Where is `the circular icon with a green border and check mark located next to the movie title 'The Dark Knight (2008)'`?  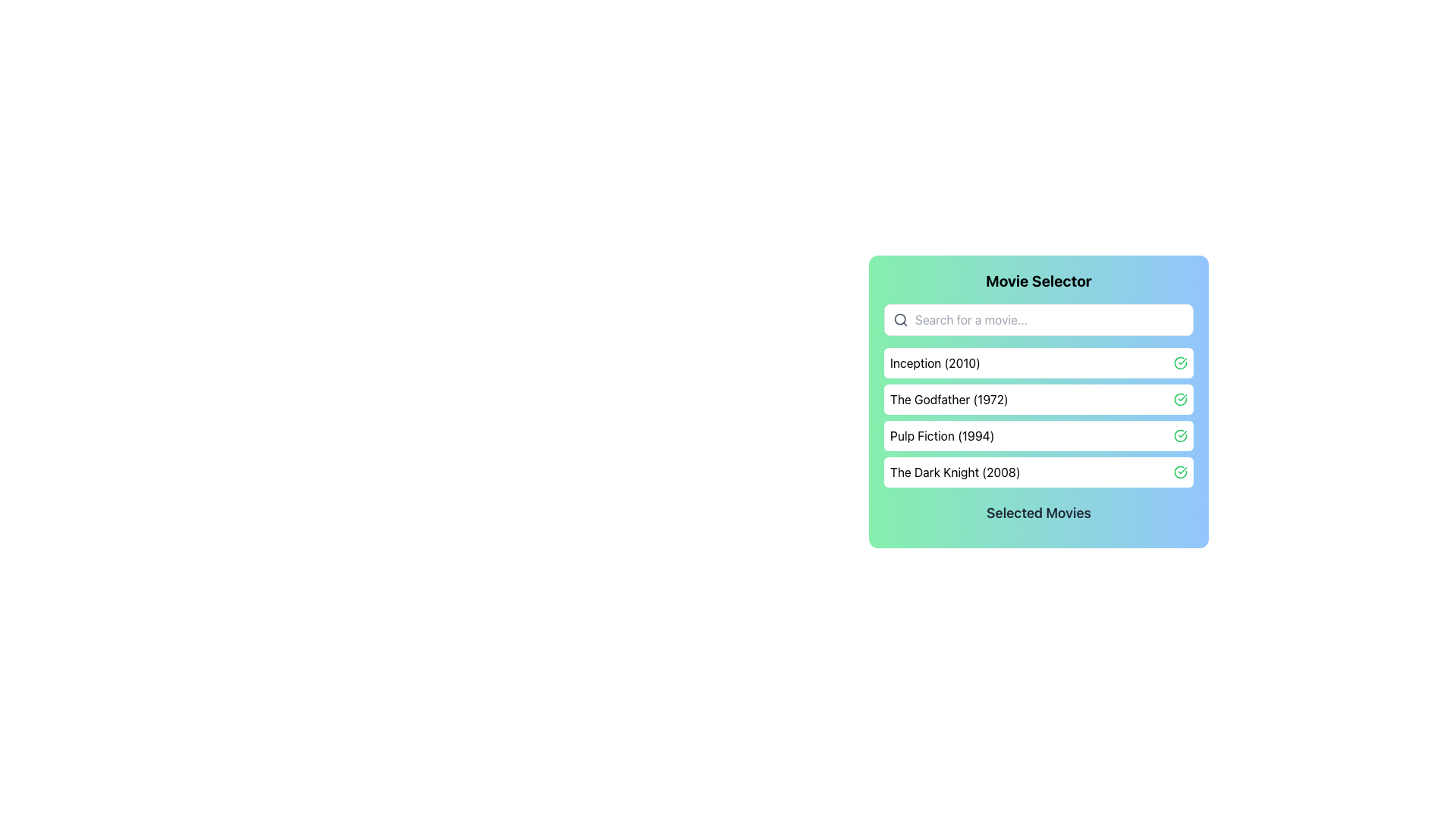 the circular icon with a green border and check mark located next to the movie title 'The Dark Knight (2008)' is located at coordinates (1179, 472).